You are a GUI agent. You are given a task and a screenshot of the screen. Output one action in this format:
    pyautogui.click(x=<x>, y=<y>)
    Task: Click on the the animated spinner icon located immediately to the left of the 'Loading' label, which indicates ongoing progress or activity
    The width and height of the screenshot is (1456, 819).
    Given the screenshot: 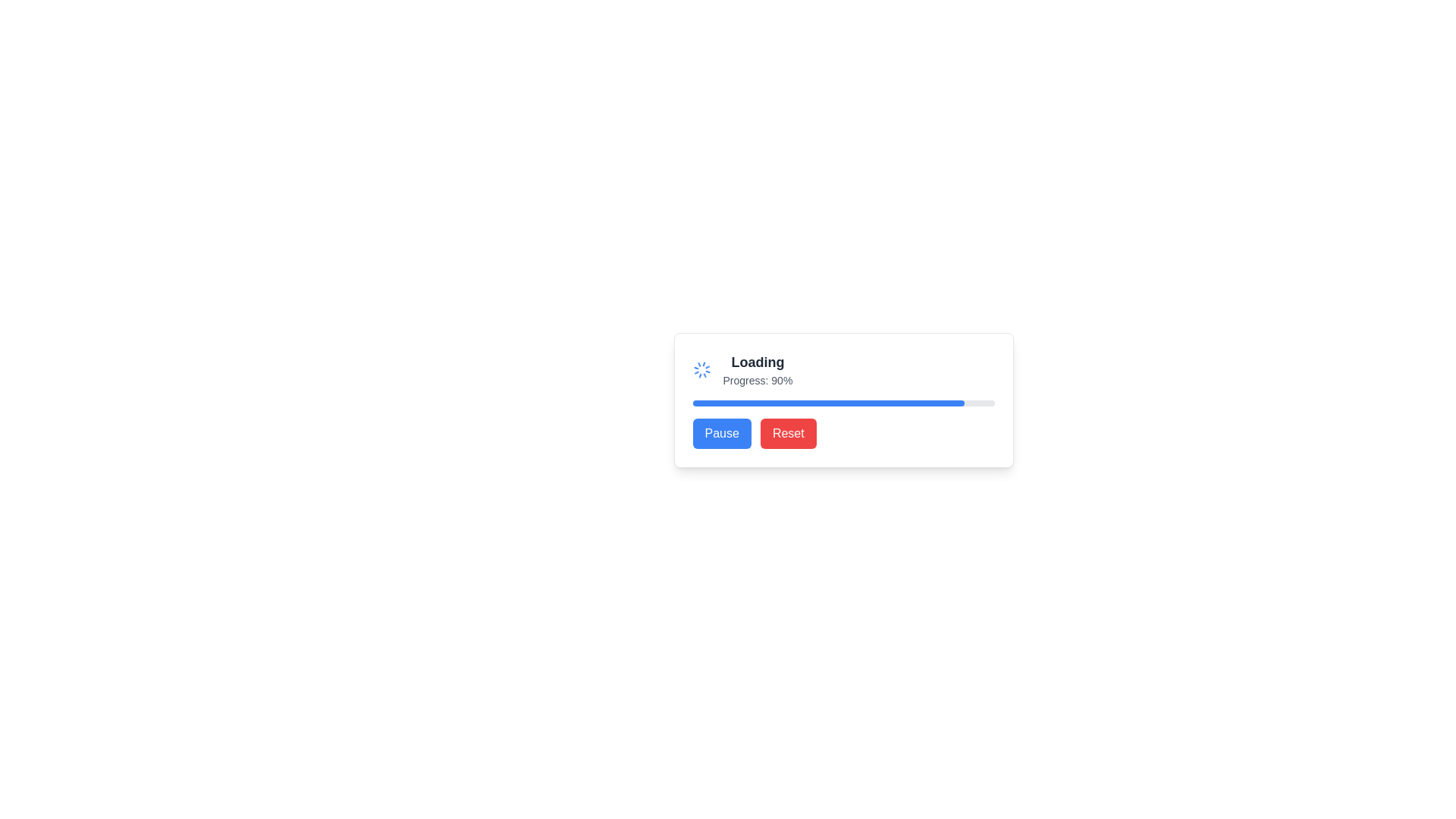 What is the action you would take?
    pyautogui.click(x=701, y=370)
    